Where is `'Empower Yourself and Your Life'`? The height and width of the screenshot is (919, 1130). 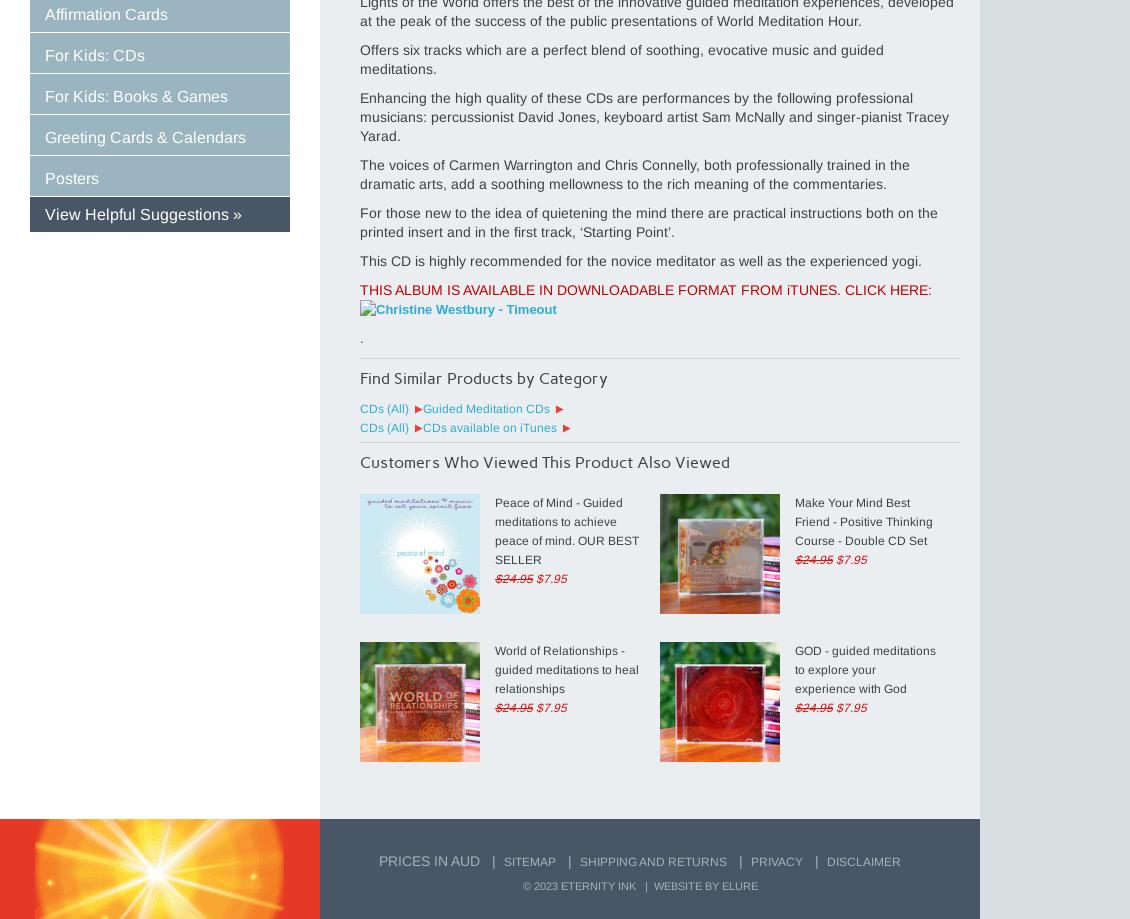
'Empower Yourself and Your Life' is located at coordinates (164, 303).